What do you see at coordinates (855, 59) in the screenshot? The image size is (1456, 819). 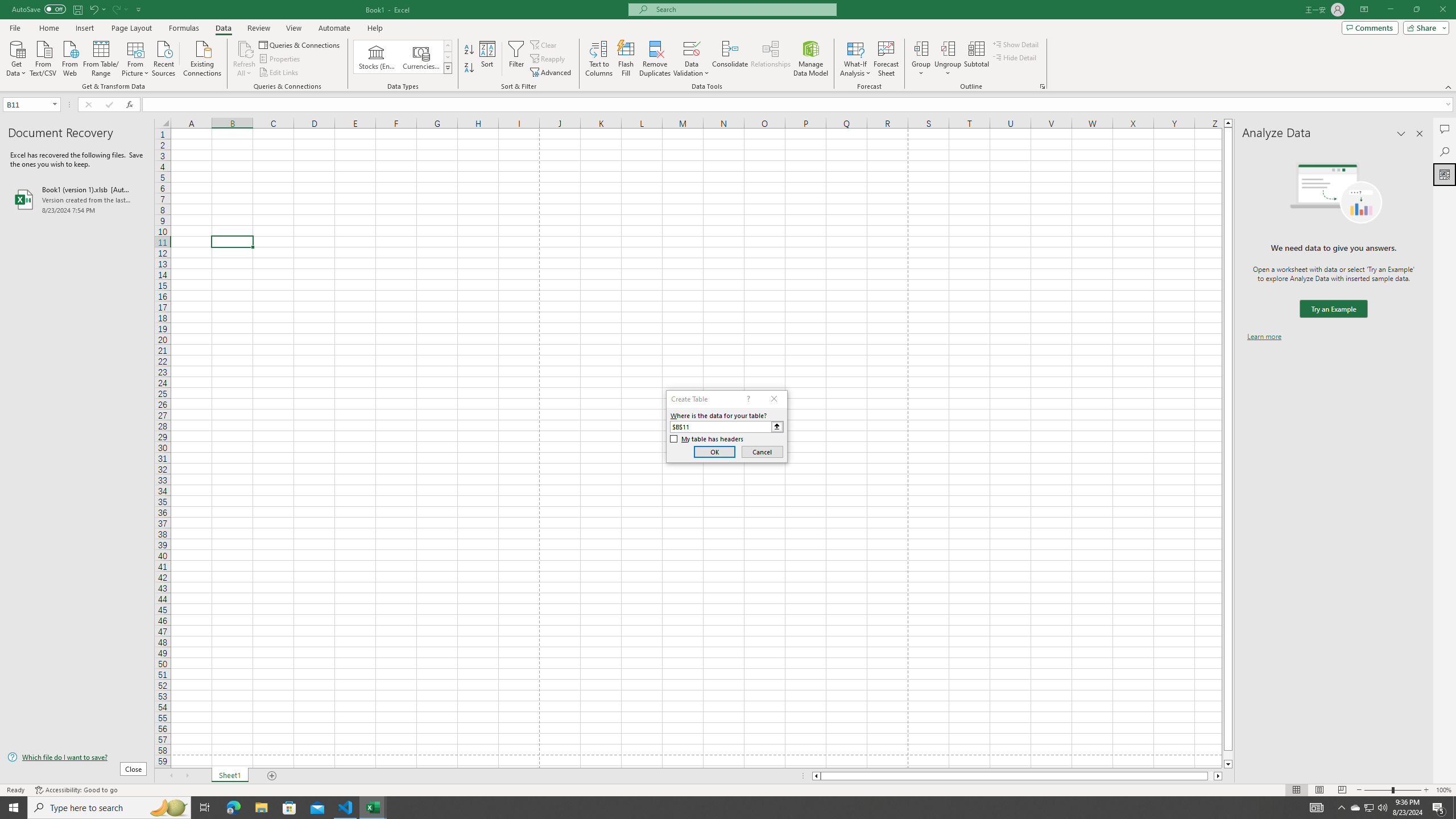 I see `'What-If Analysis'` at bounding box center [855, 59].